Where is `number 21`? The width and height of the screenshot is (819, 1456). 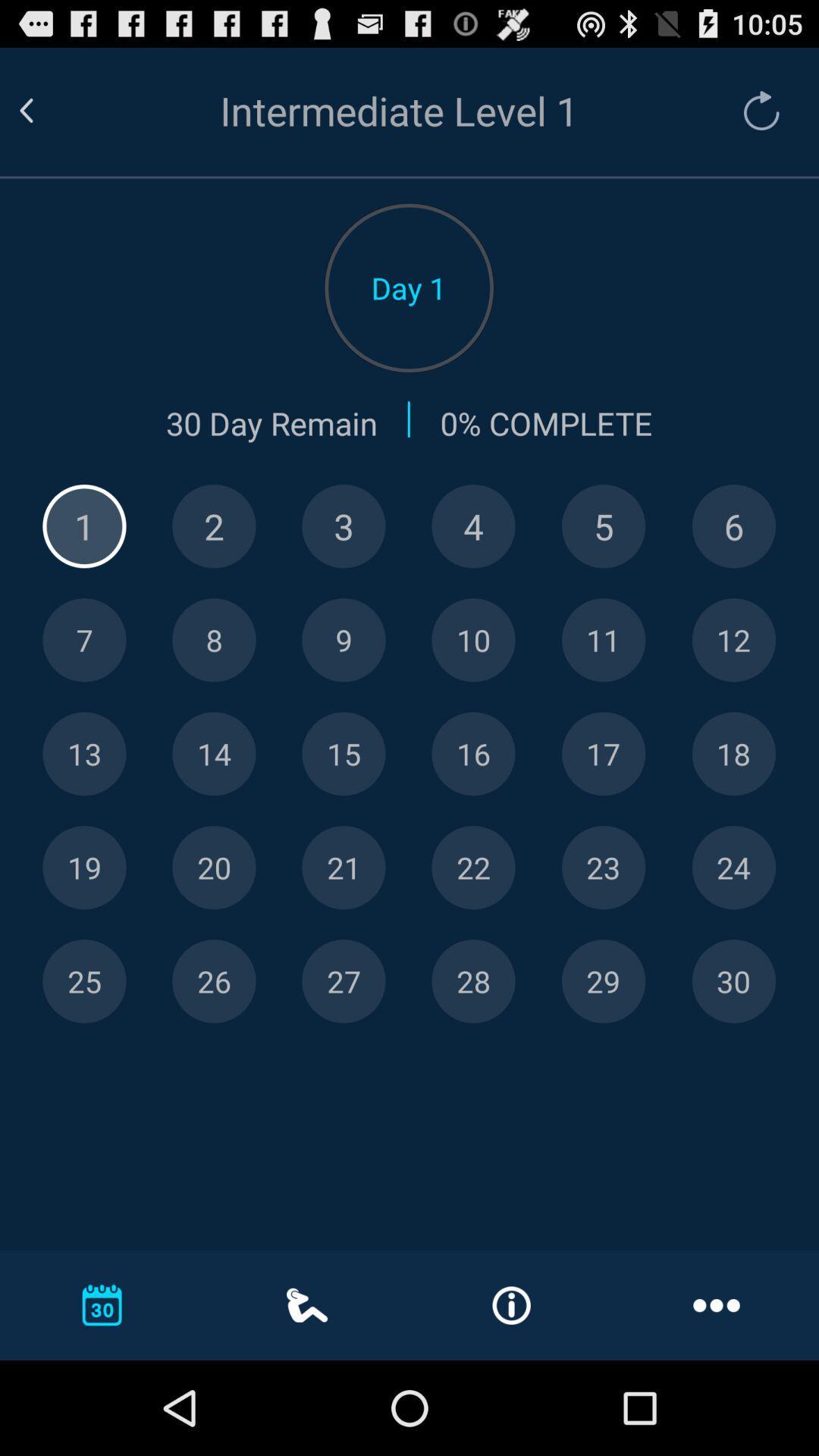 number 21 is located at coordinates (344, 868).